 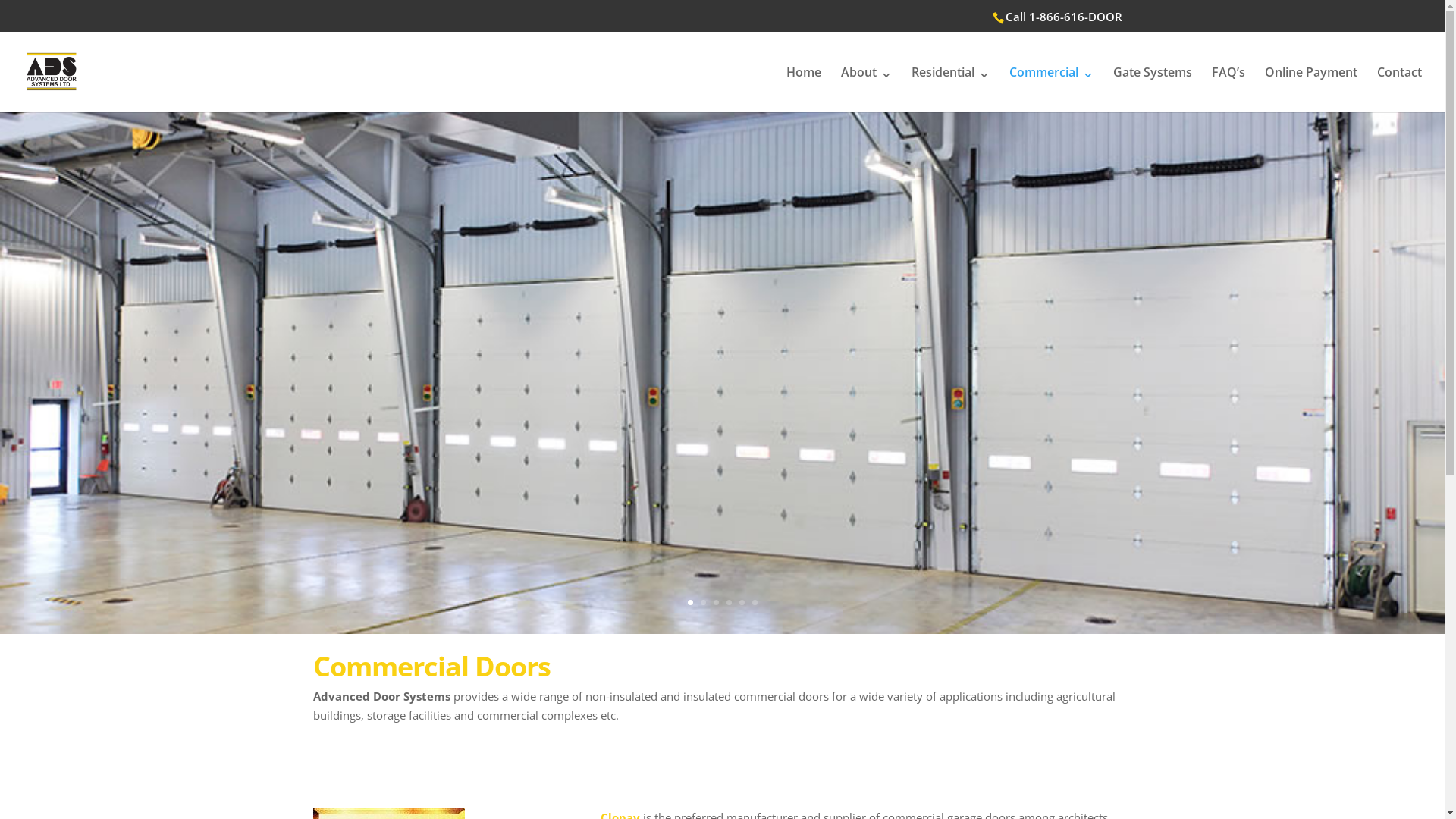 What do you see at coordinates (866, 89) in the screenshot?
I see `'About'` at bounding box center [866, 89].